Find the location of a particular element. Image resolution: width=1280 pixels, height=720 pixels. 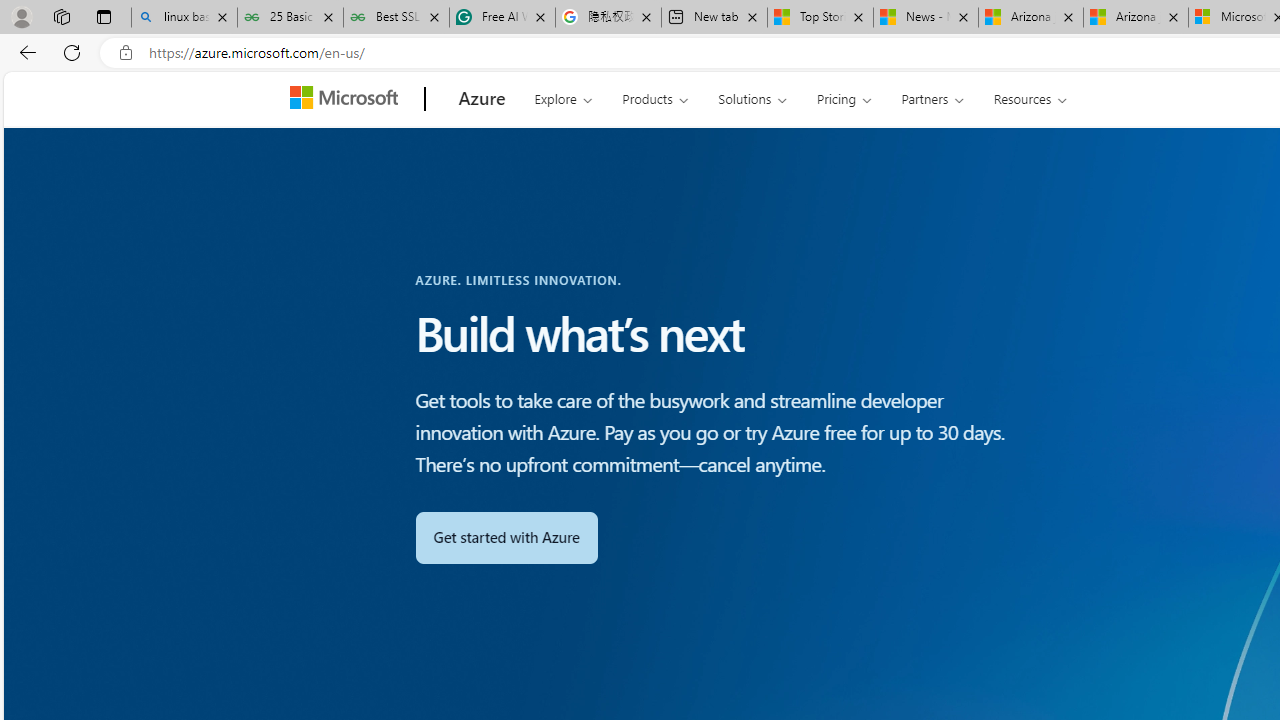

'Azure' is located at coordinates (481, 99).